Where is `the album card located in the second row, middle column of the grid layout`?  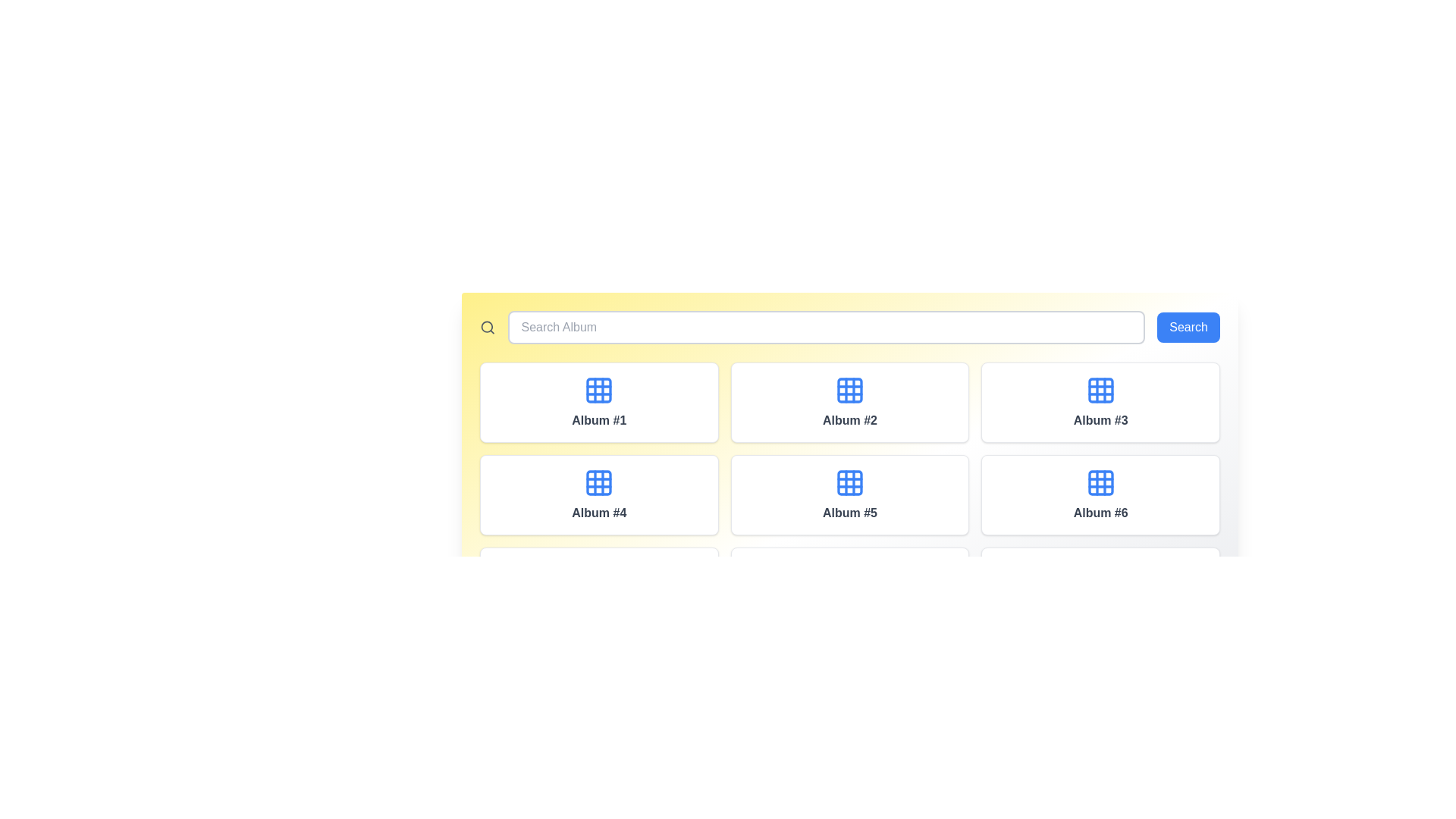 the album card located in the second row, middle column of the grid layout is located at coordinates (849, 494).